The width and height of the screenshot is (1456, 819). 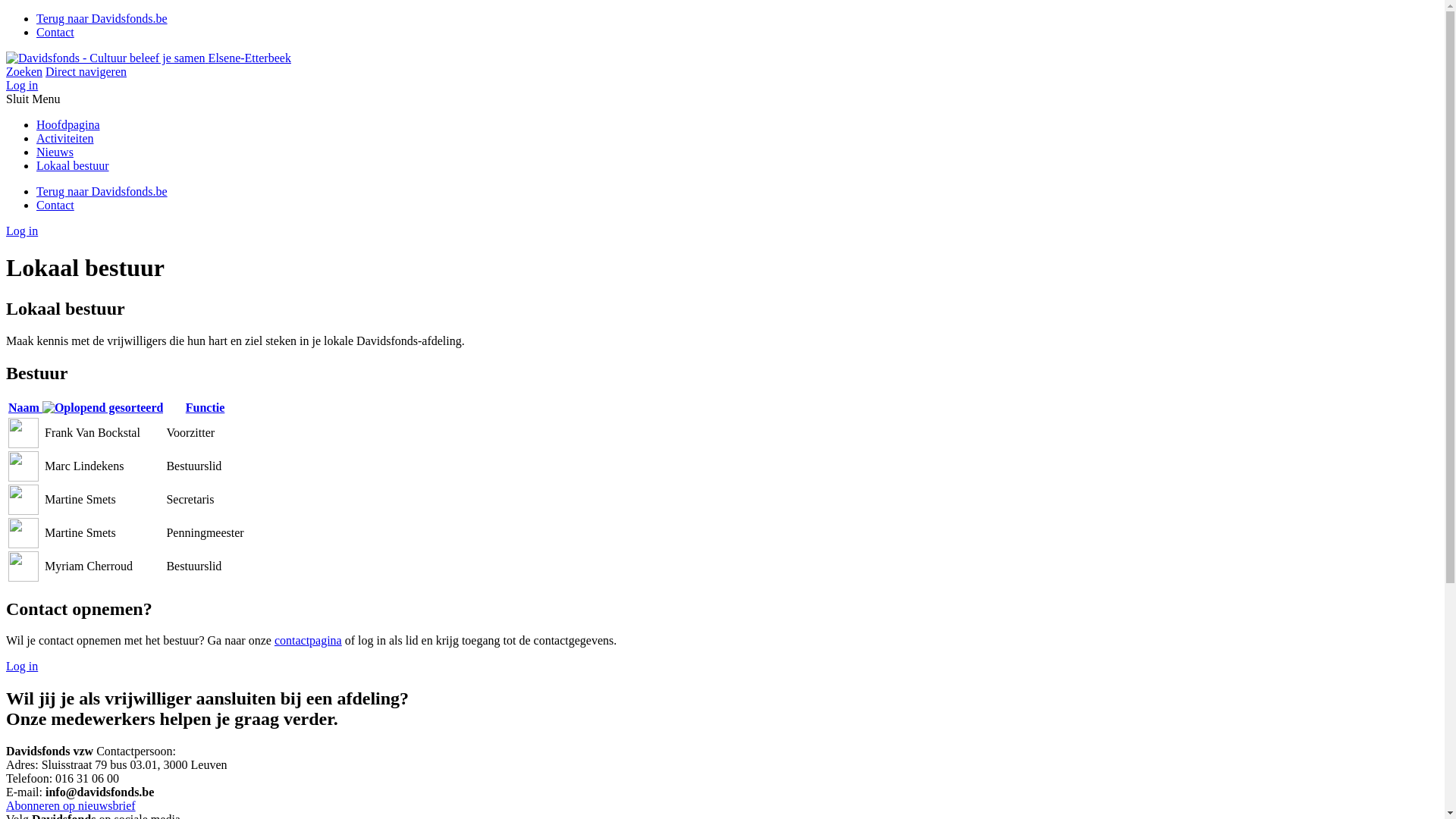 I want to click on 'Oplopend gesorteerd', so click(x=102, y=406).